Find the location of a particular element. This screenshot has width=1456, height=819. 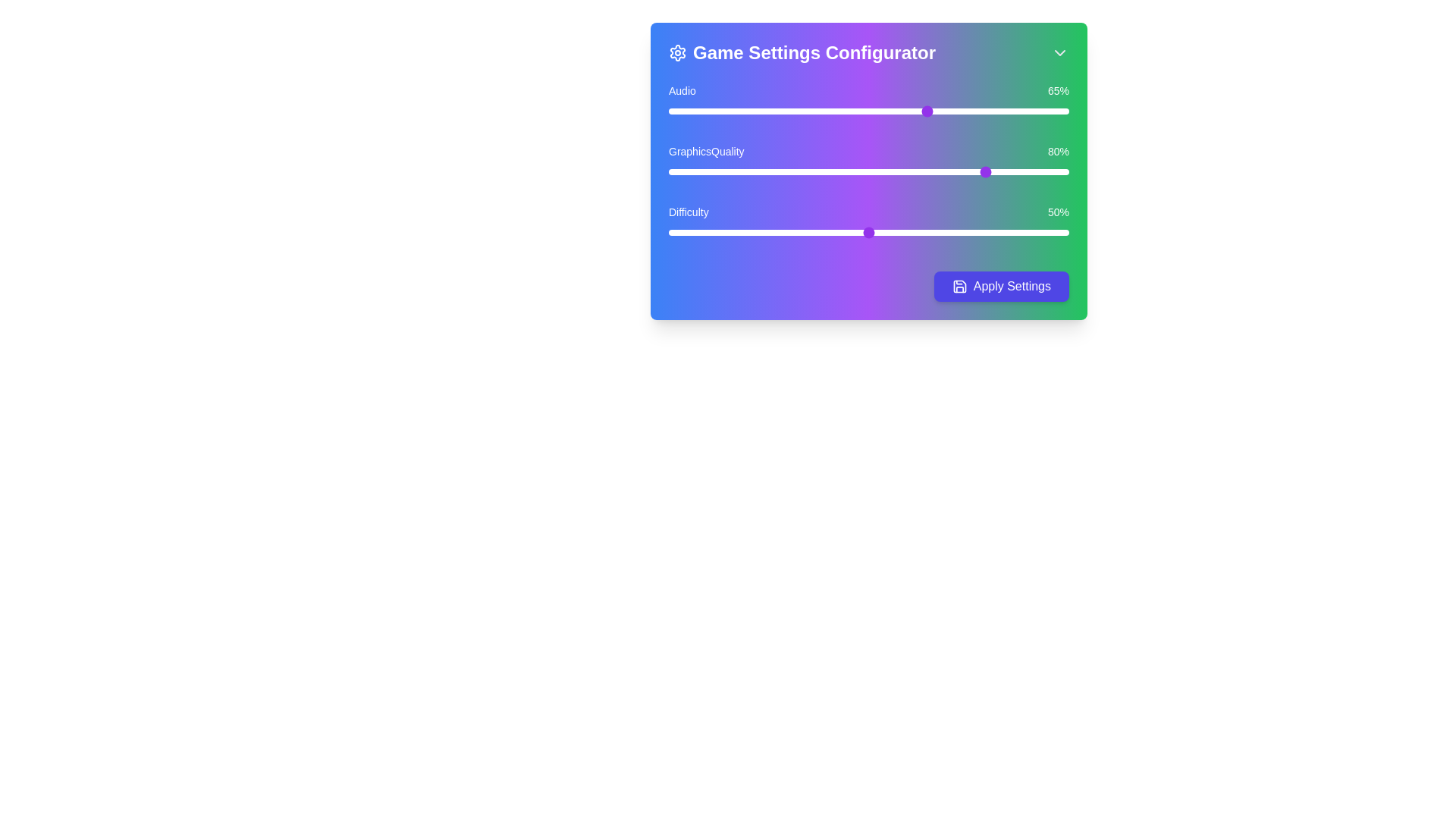

the downward arrow icon with a thin white outline on a green background in the 'Game Settings Configurator' for visual feedback is located at coordinates (1059, 52).